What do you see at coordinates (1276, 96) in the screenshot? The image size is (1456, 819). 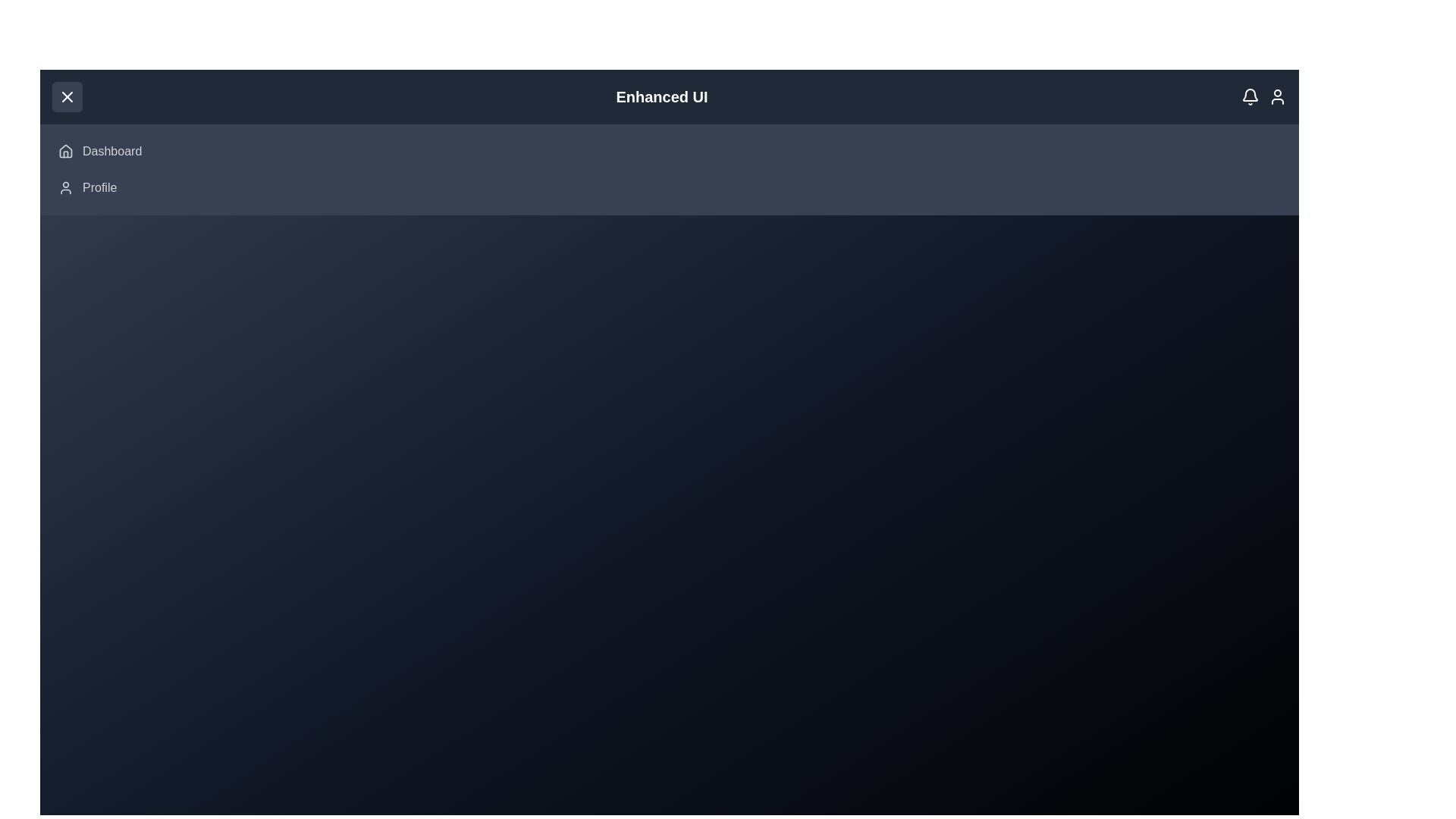 I see `the user profile icon to interact with it` at bounding box center [1276, 96].